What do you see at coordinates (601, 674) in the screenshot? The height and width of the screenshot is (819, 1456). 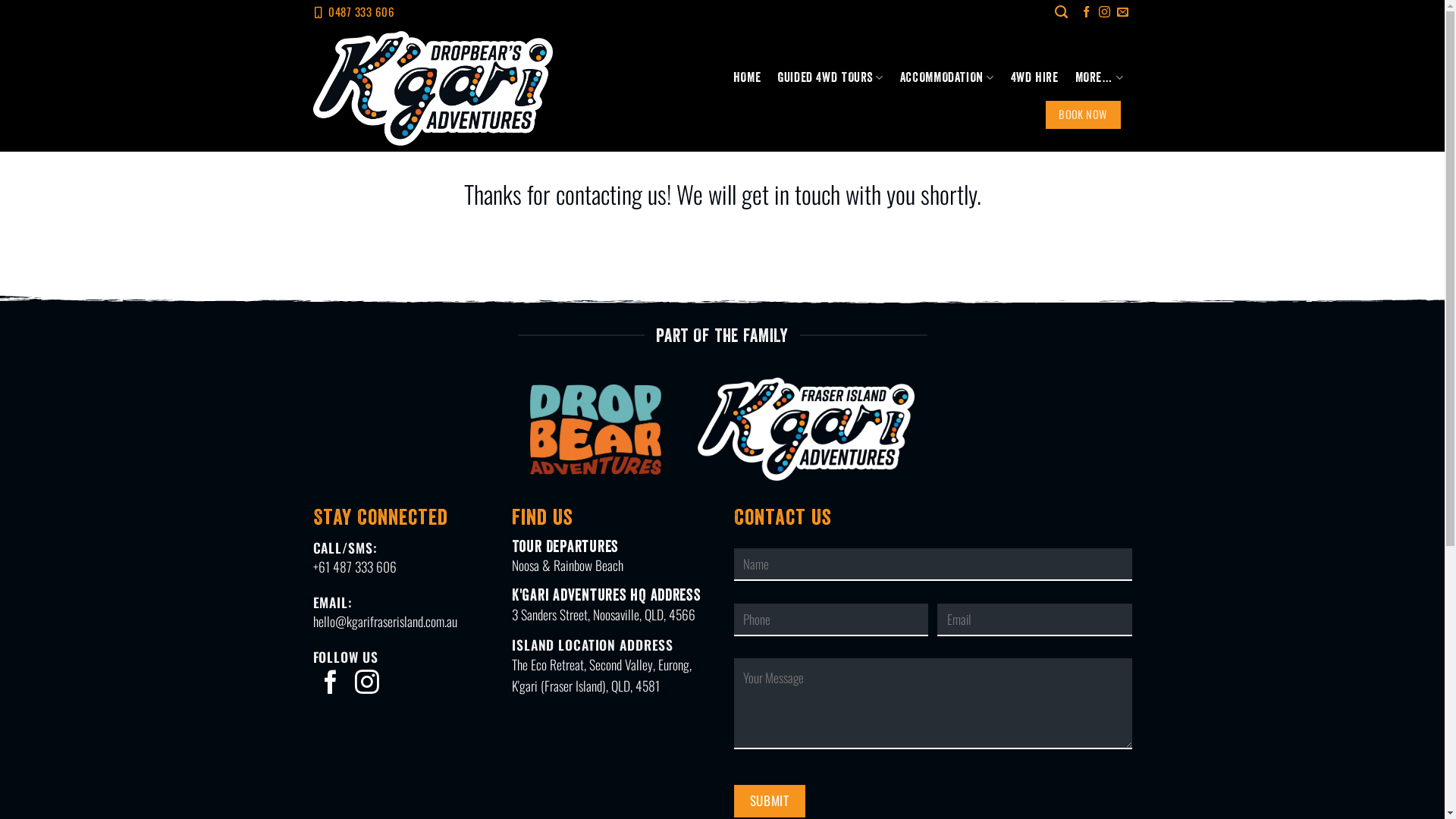 I see `'Eurong, K'gari (Fraser Island), QLD, 4581'` at bounding box center [601, 674].